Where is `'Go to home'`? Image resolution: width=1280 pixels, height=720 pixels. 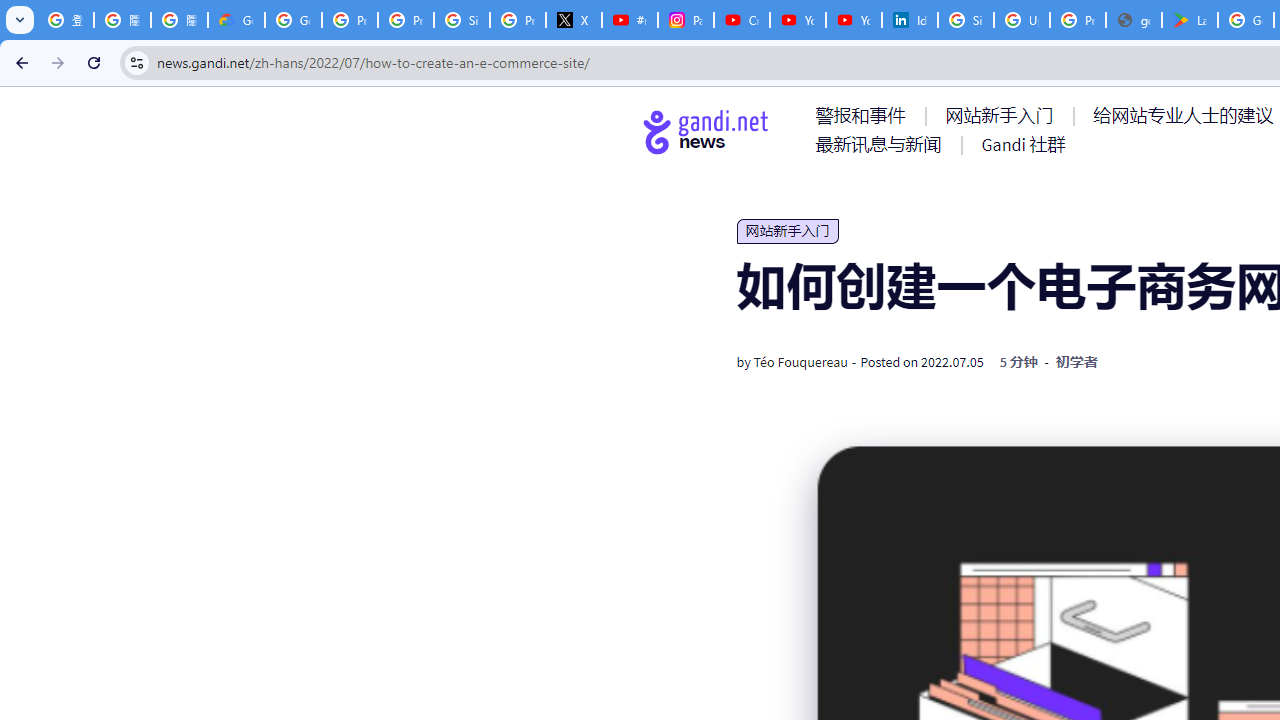 'Go to home' is located at coordinates (706, 131).